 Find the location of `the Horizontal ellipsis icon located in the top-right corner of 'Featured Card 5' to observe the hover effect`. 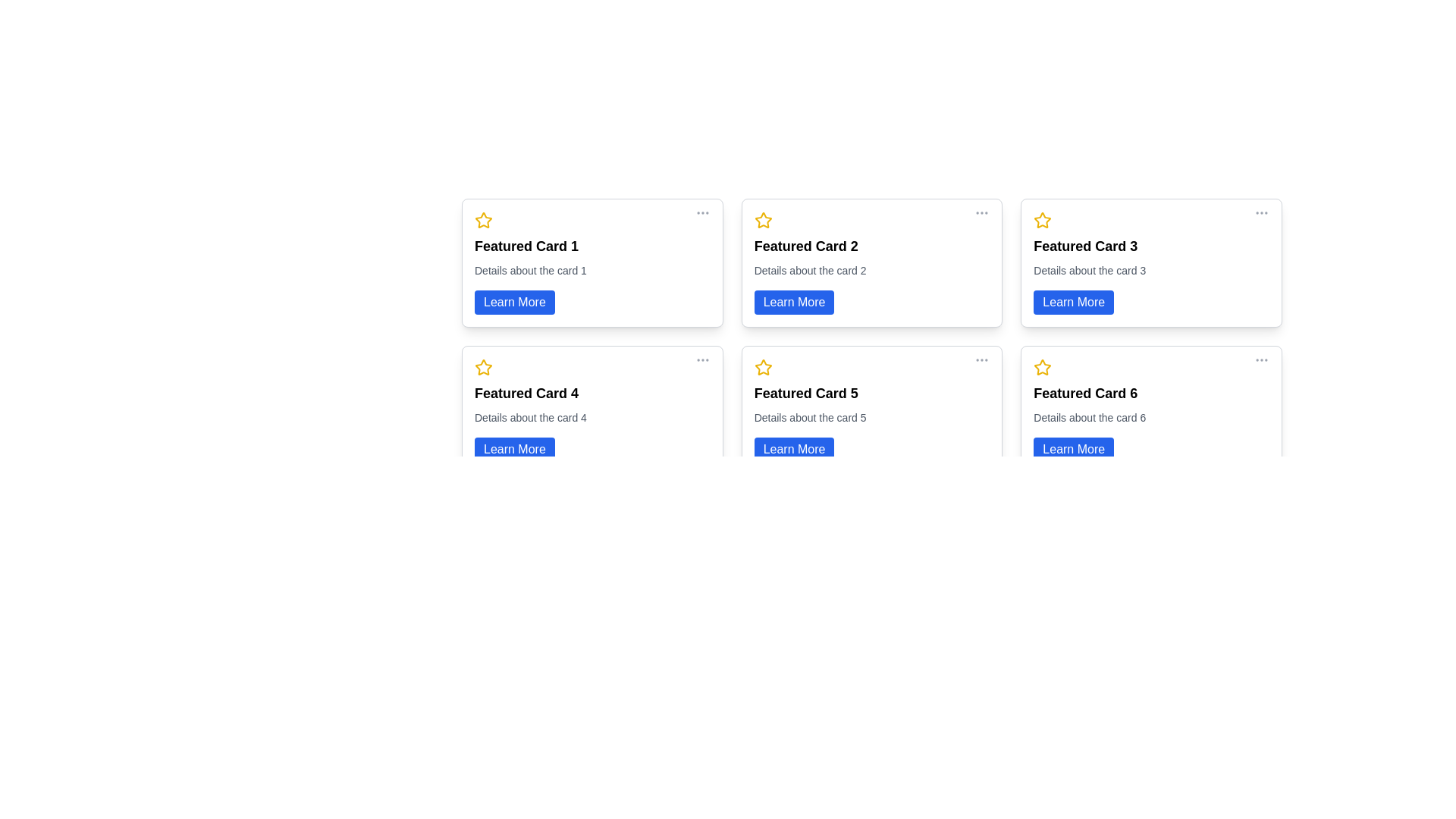

the Horizontal ellipsis icon located in the top-right corner of 'Featured Card 5' to observe the hover effect is located at coordinates (982, 359).